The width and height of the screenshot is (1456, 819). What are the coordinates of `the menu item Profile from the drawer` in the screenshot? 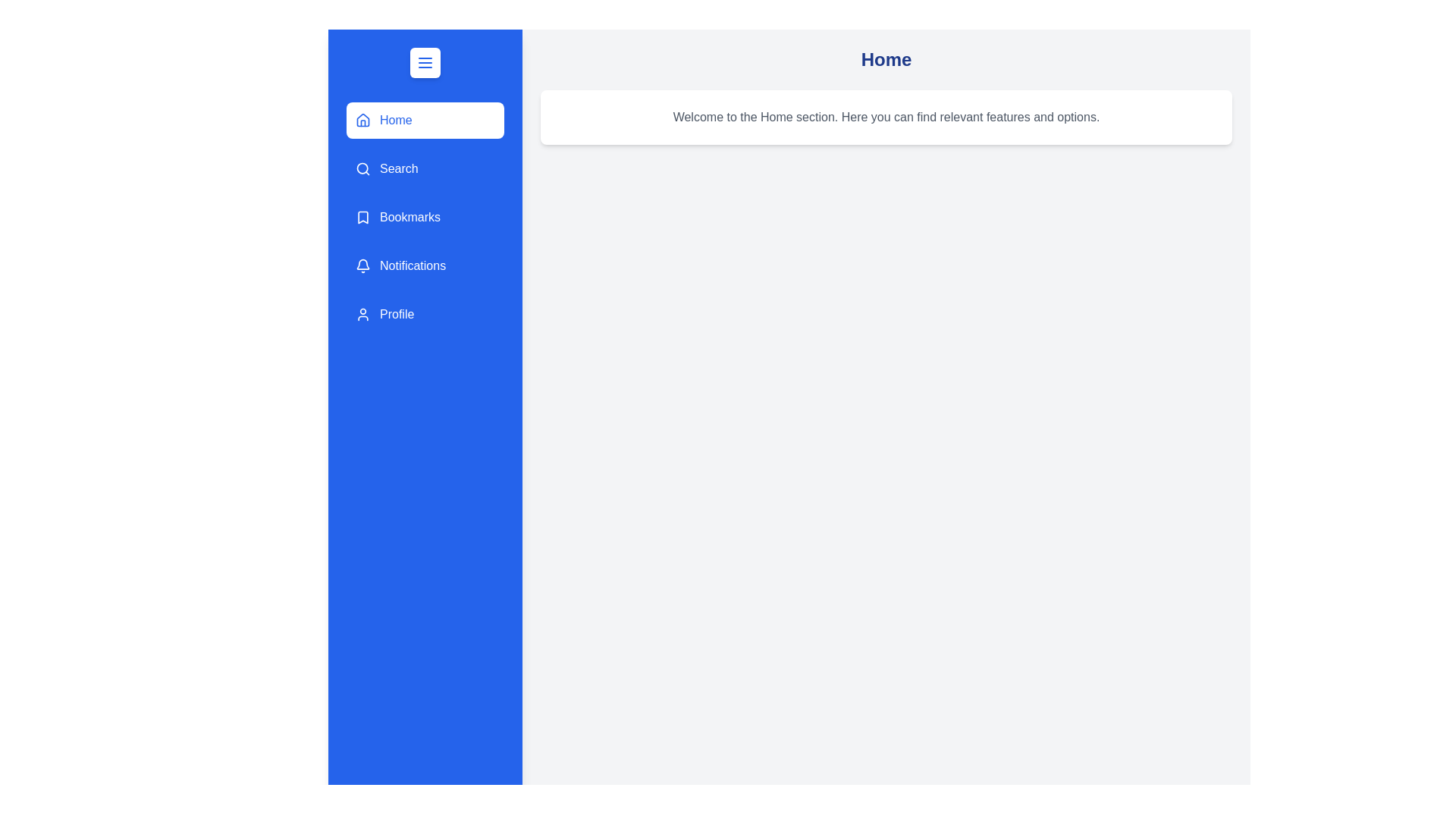 It's located at (425, 314).